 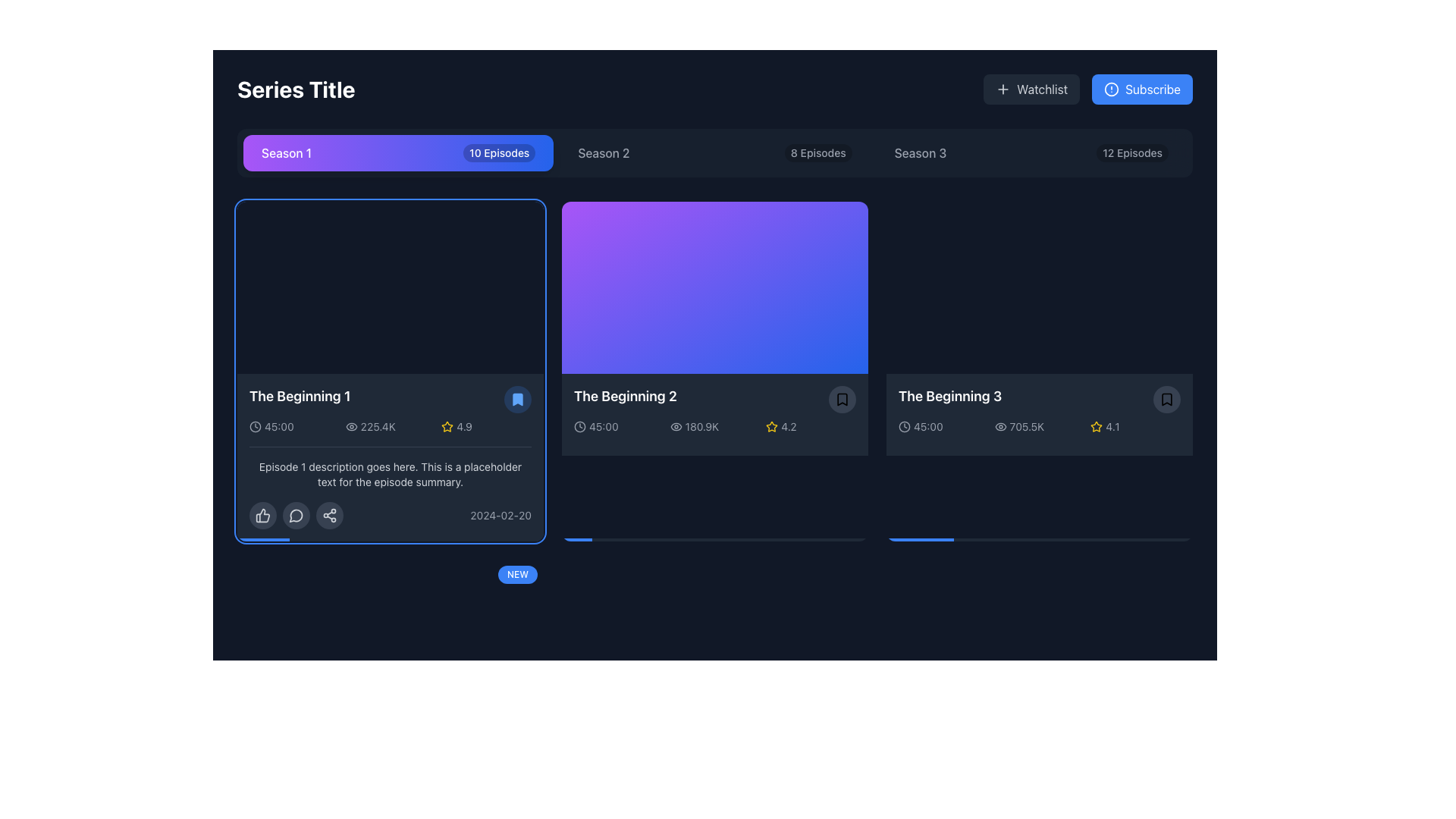 What do you see at coordinates (1166, 399) in the screenshot?
I see `the circular dark gray button with a bookmark icon located to the right of the text 'The Beginning 3'` at bounding box center [1166, 399].